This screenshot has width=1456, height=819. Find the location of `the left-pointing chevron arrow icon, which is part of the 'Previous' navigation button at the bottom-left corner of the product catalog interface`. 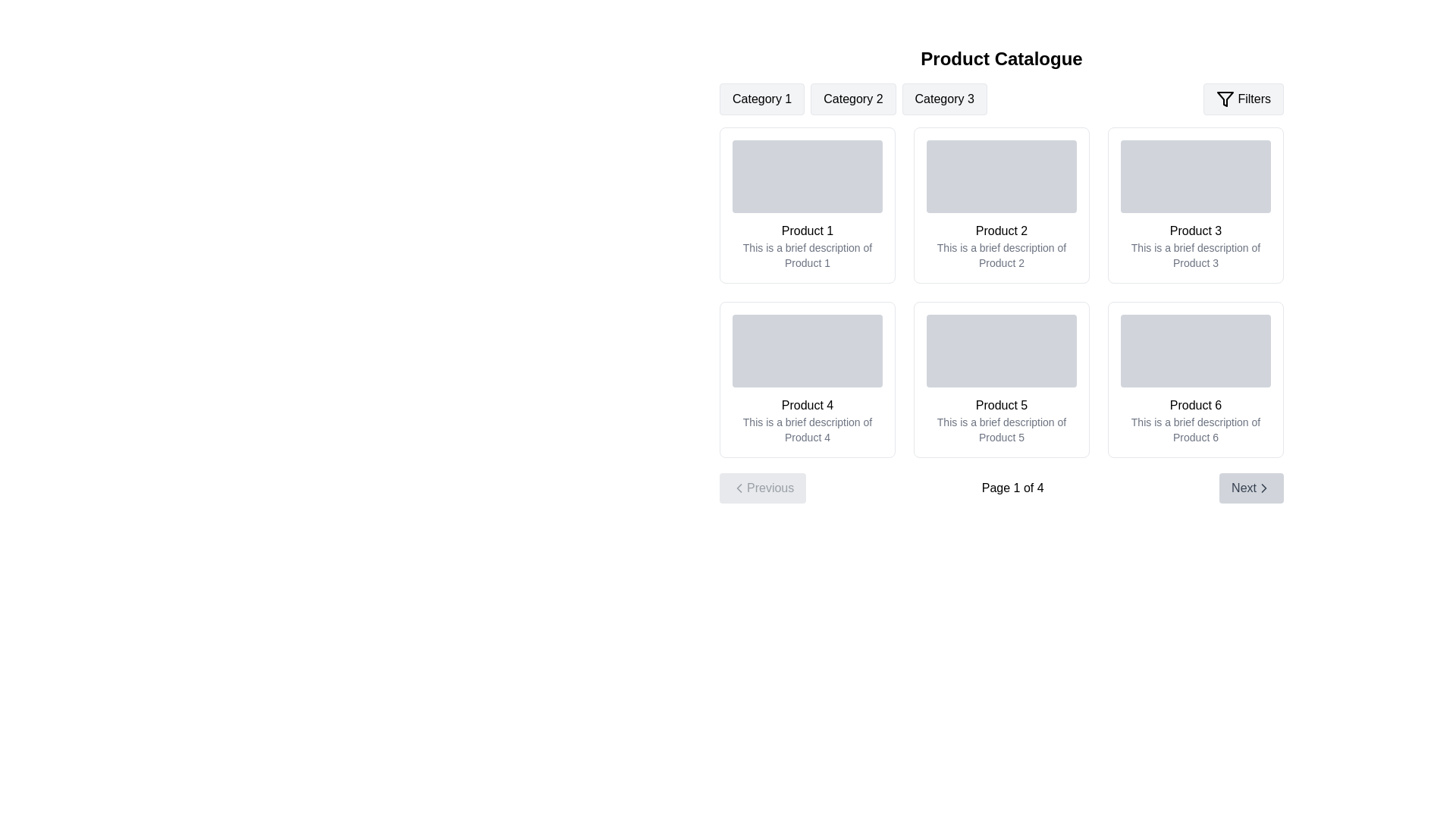

the left-pointing chevron arrow icon, which is part of the 'Previous' navigation button at the bottom-left corner of the product catalog interface is located at coordinates (739, 488).